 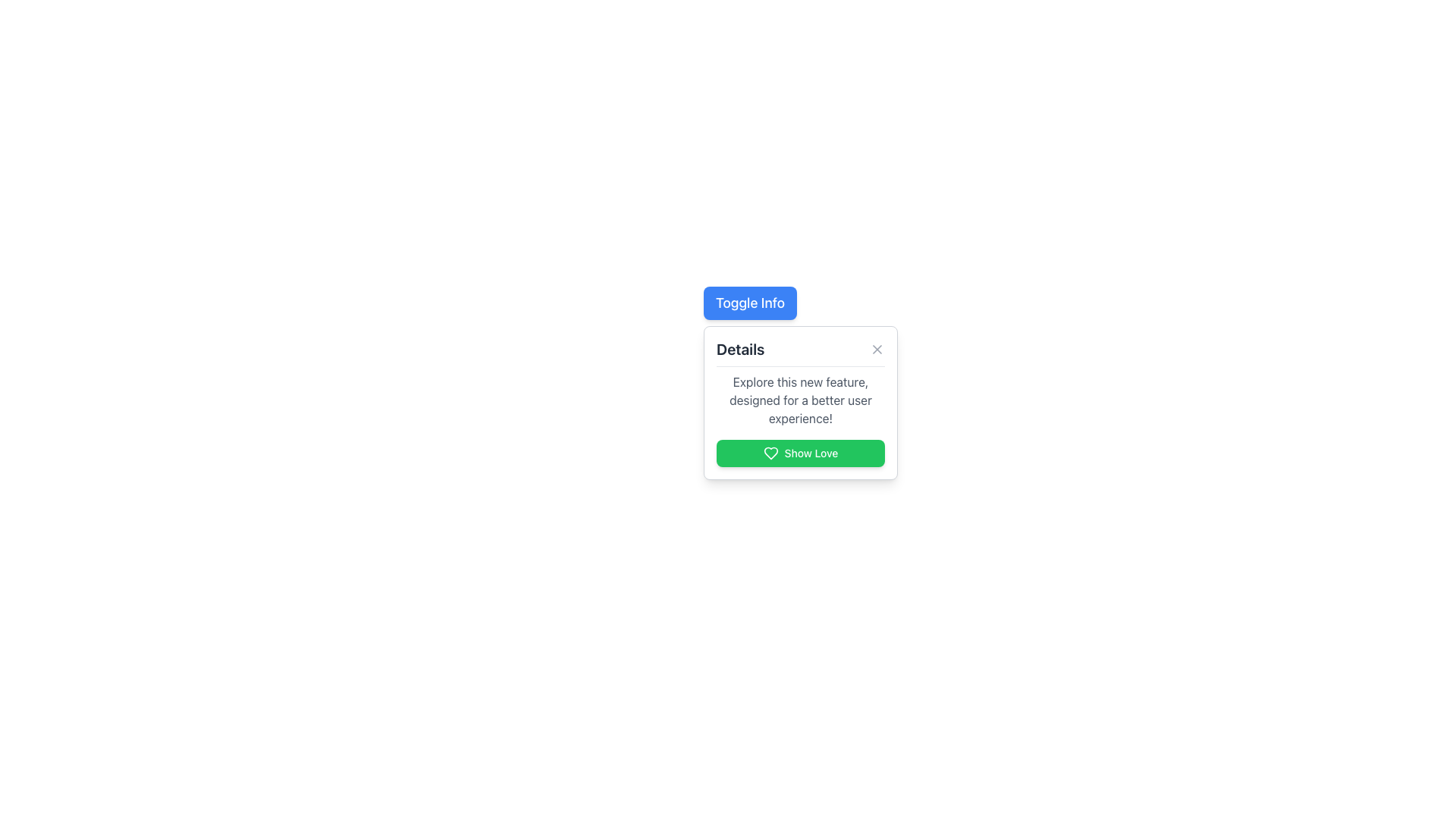 What do you see at coordinates (750, 303) in the screenshot?
I see `the toggle button located at the top-left corner of the pop-up section to show or hide additional information` at bounding box center [750, 303].